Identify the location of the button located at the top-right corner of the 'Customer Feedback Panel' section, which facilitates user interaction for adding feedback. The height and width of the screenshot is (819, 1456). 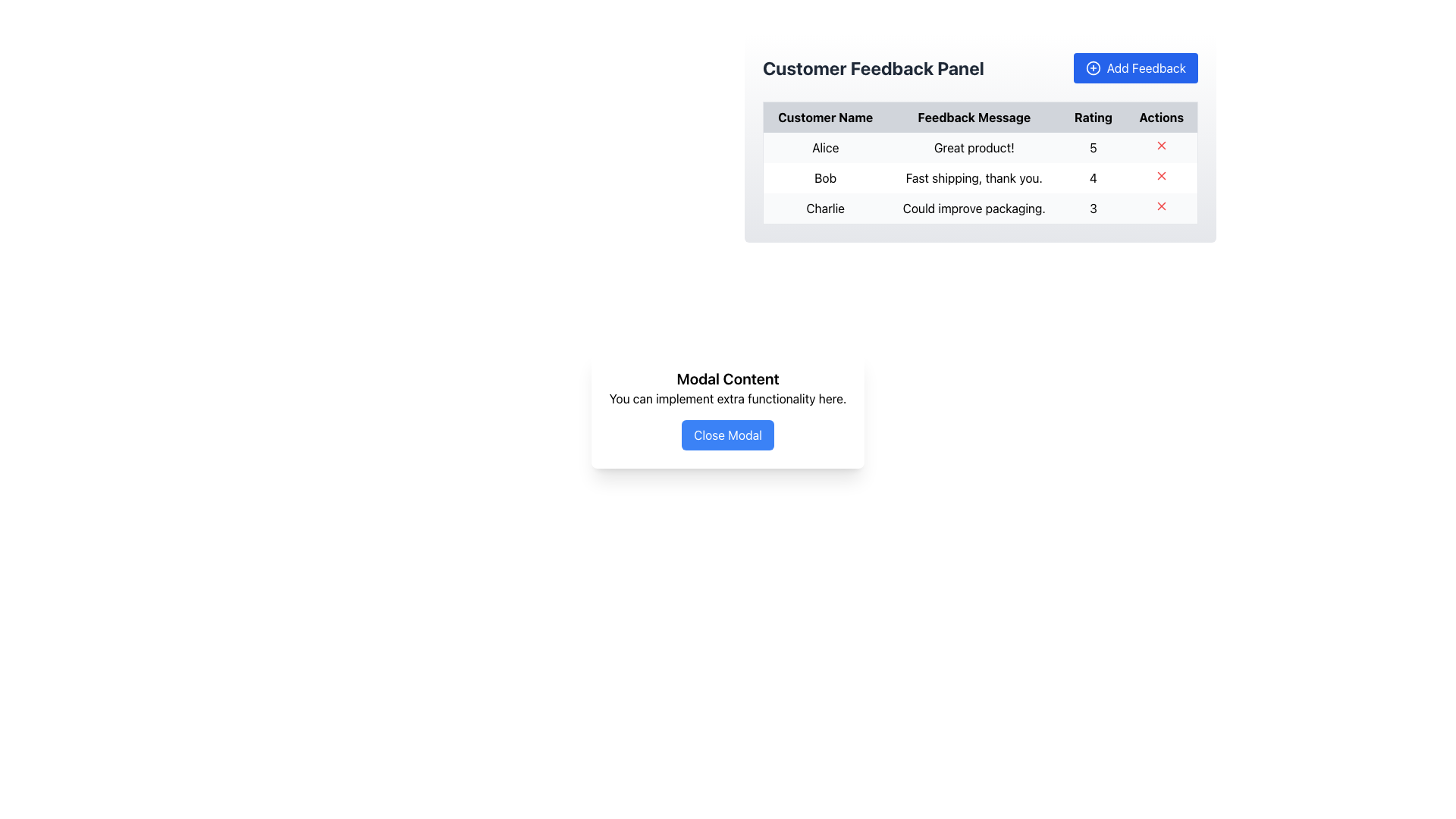
(1135, 67).